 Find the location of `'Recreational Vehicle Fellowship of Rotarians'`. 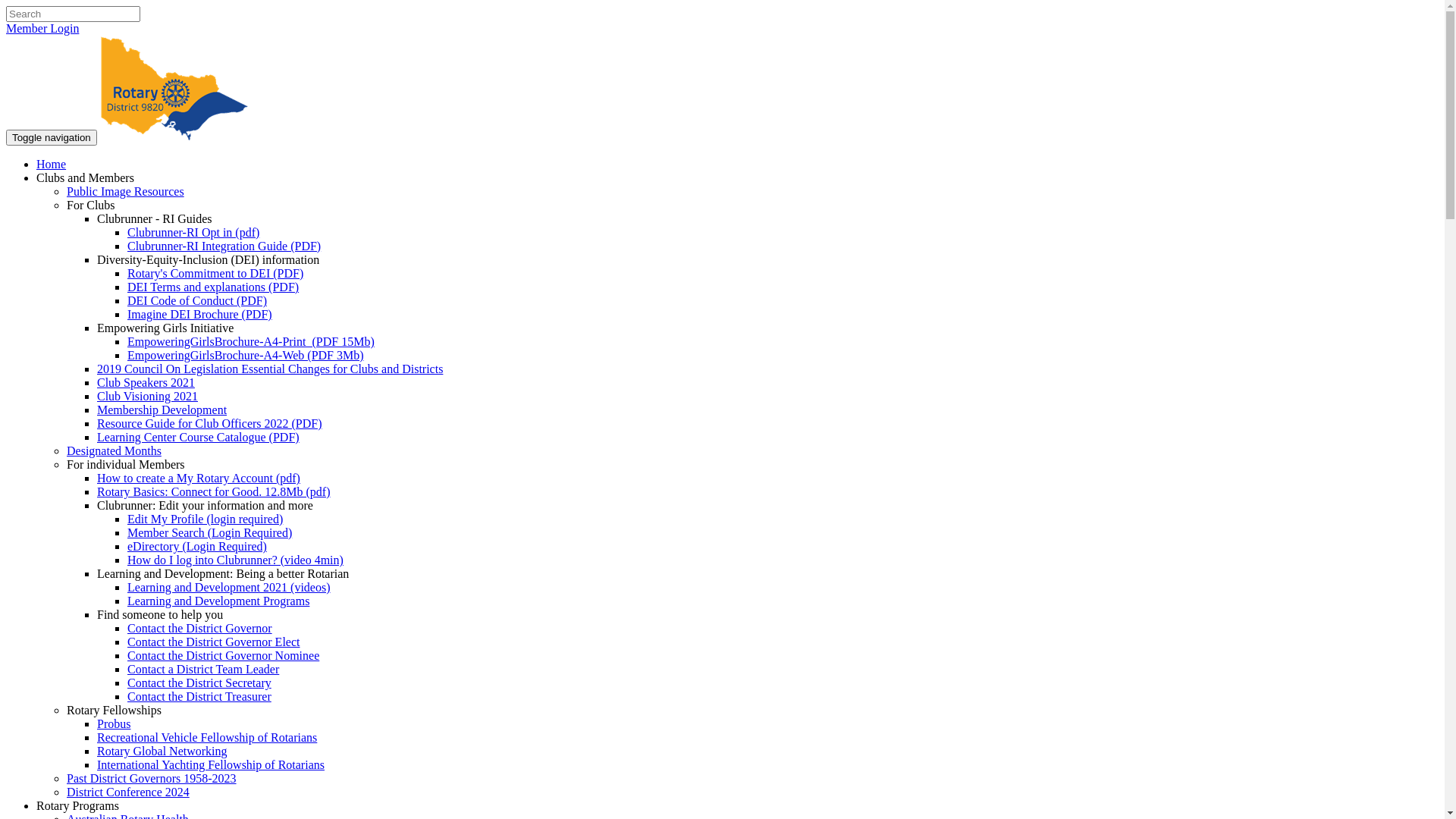

'Recreational Vehicle Fellowship of Rotarians' is located at coordinates (206, 736).